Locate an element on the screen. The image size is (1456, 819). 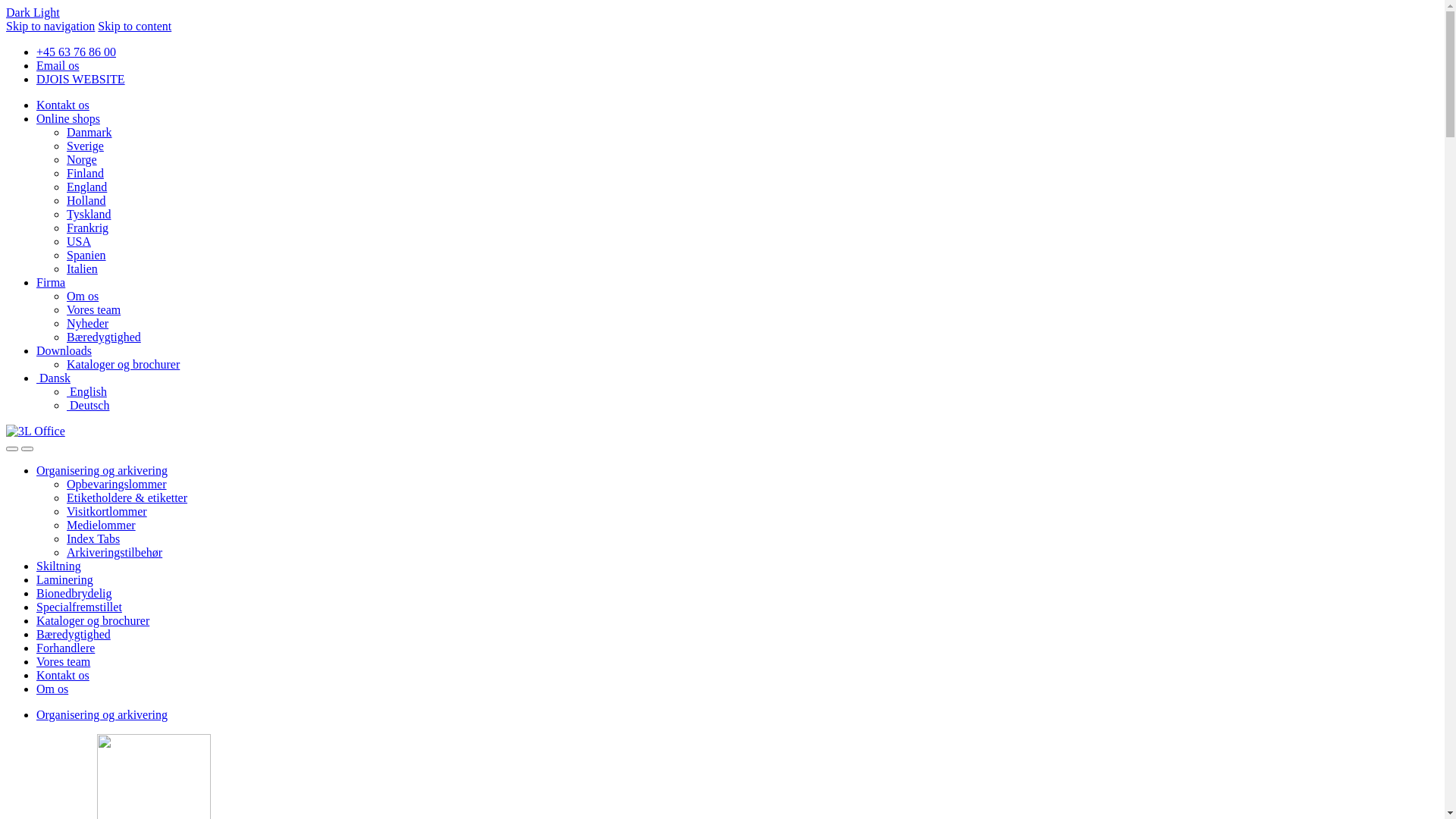
'Nyheder' is located at coordinates (86, 322).